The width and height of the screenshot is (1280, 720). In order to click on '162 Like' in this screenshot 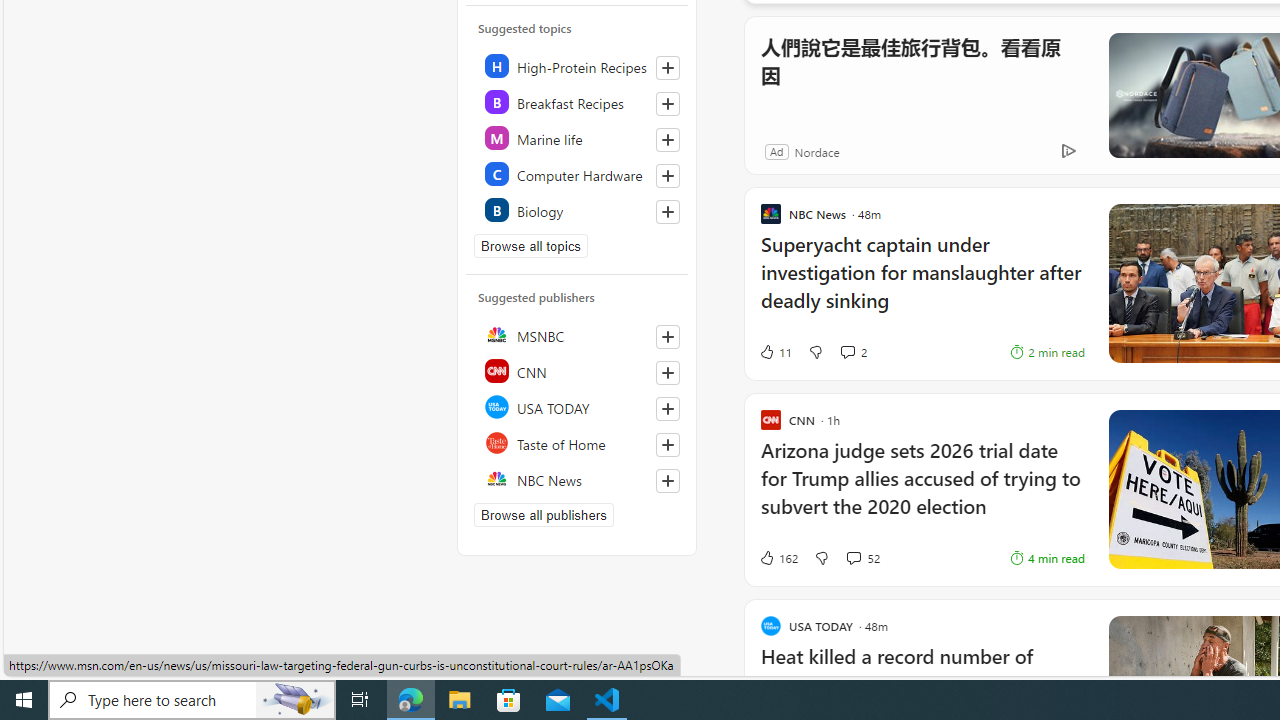, I will do `click(777, 558)`.